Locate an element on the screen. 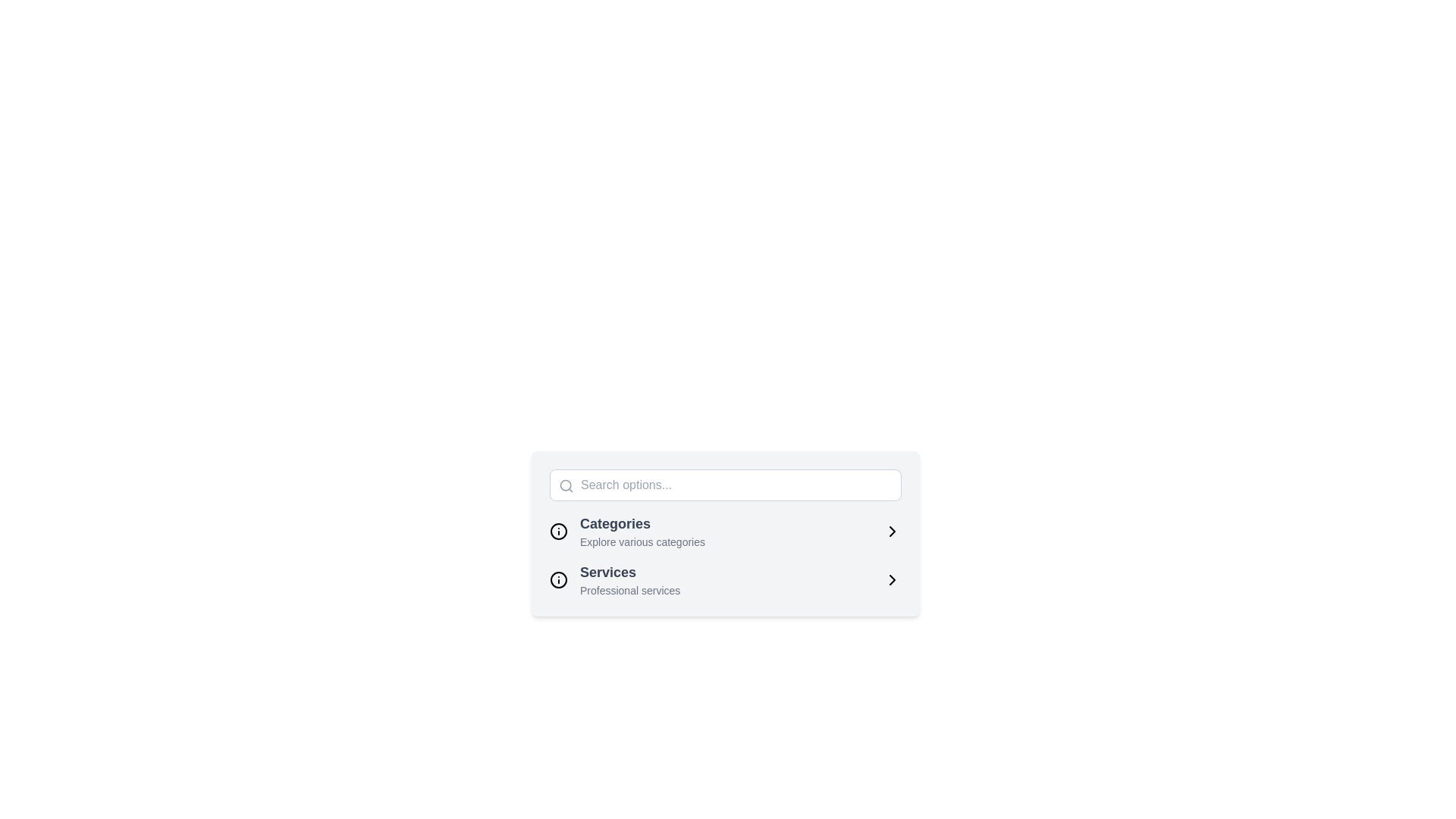 Image resolution: width=1456 pixels, height=819 pixels. the central circle of the 'info' styled icon for the 'Services' section, which is represented as a circular shape with a stroke outline is located at coordinates (558, 579).